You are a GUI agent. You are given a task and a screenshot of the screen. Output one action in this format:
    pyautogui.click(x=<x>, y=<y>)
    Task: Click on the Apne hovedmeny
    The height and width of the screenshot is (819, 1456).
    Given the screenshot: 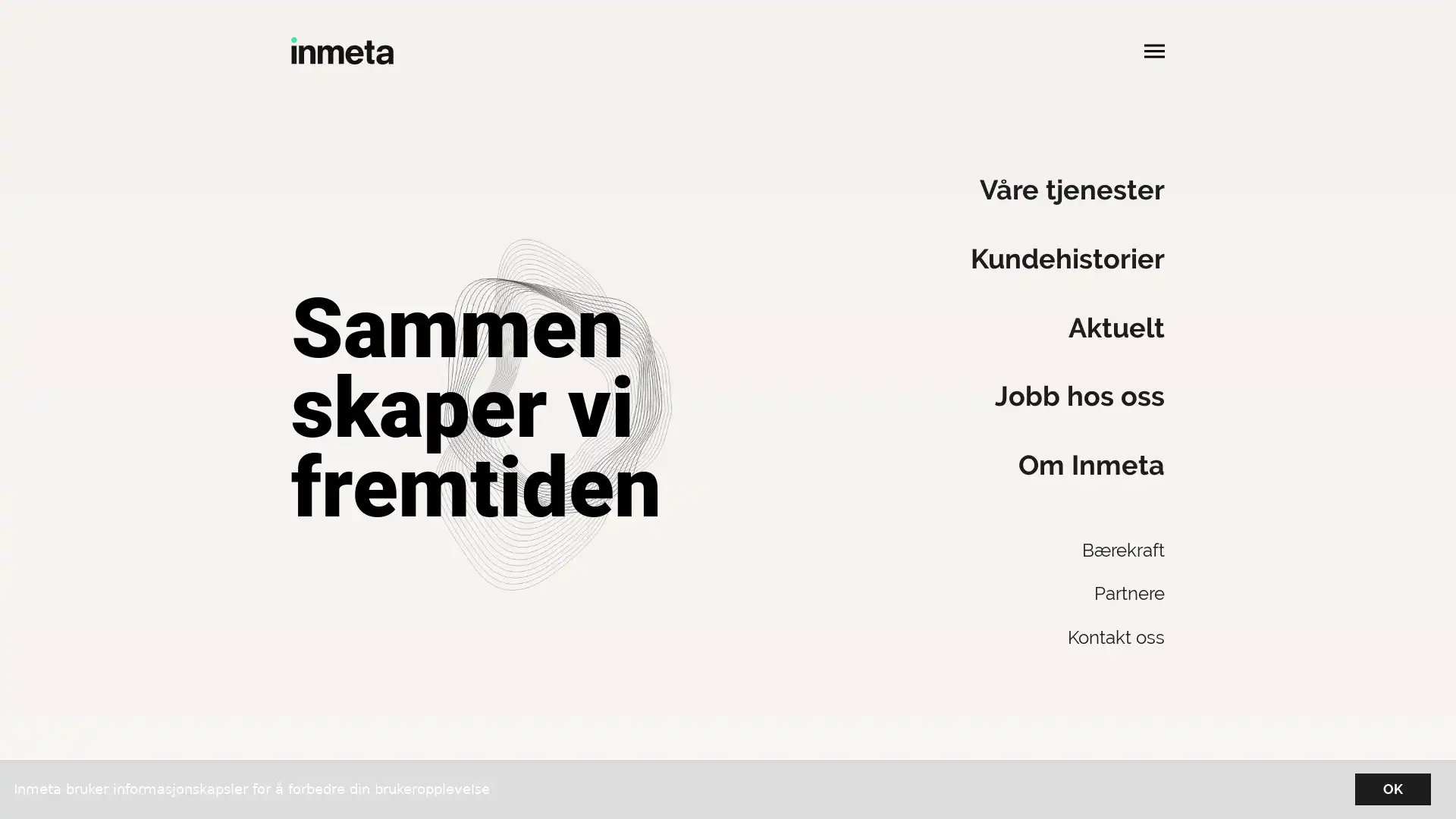 What is the action you would take?
    pyautogui.click(x=1153, y=55)
    